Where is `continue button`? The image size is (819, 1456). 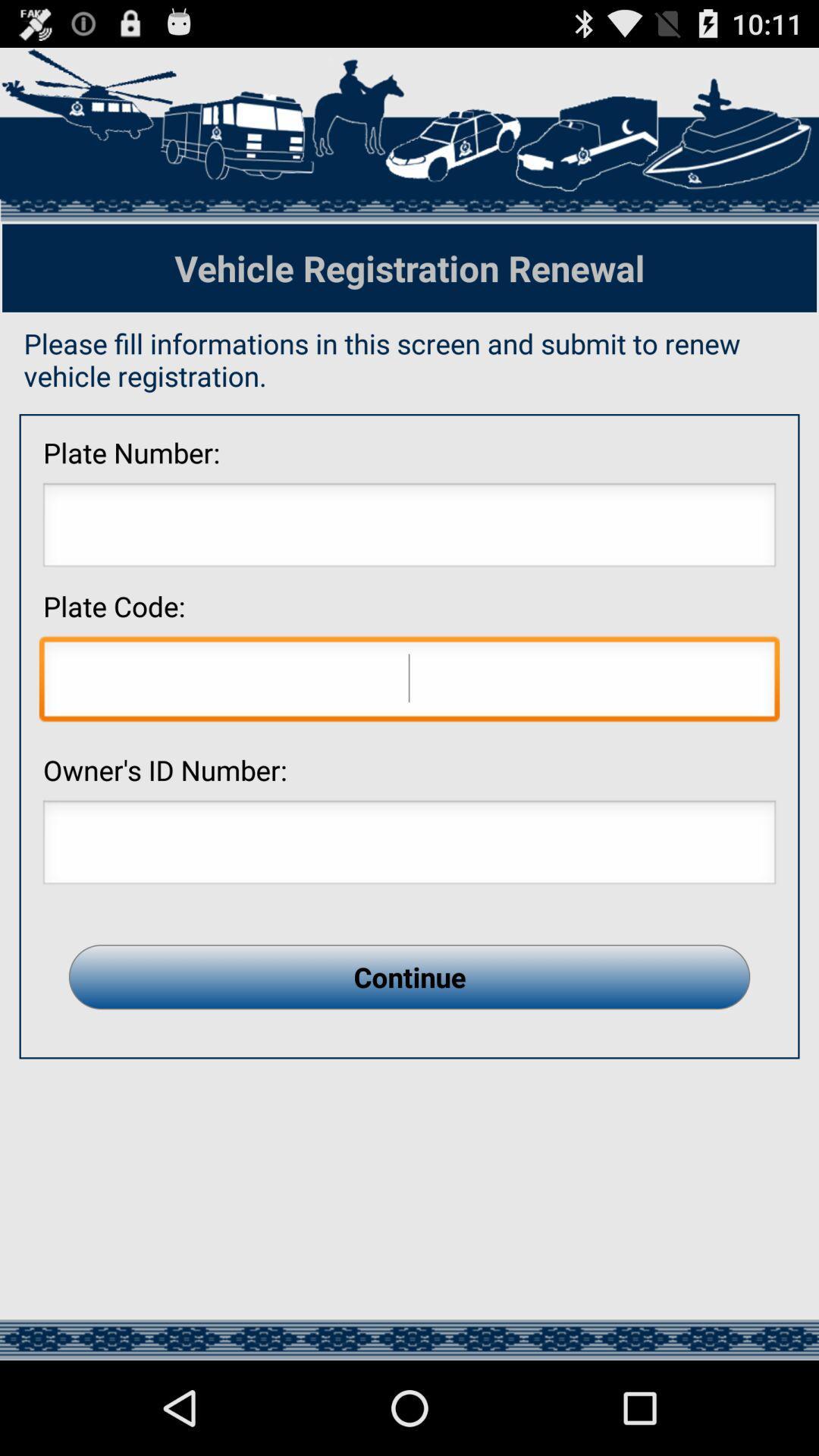
continue button is located at coordinates (409, 977).